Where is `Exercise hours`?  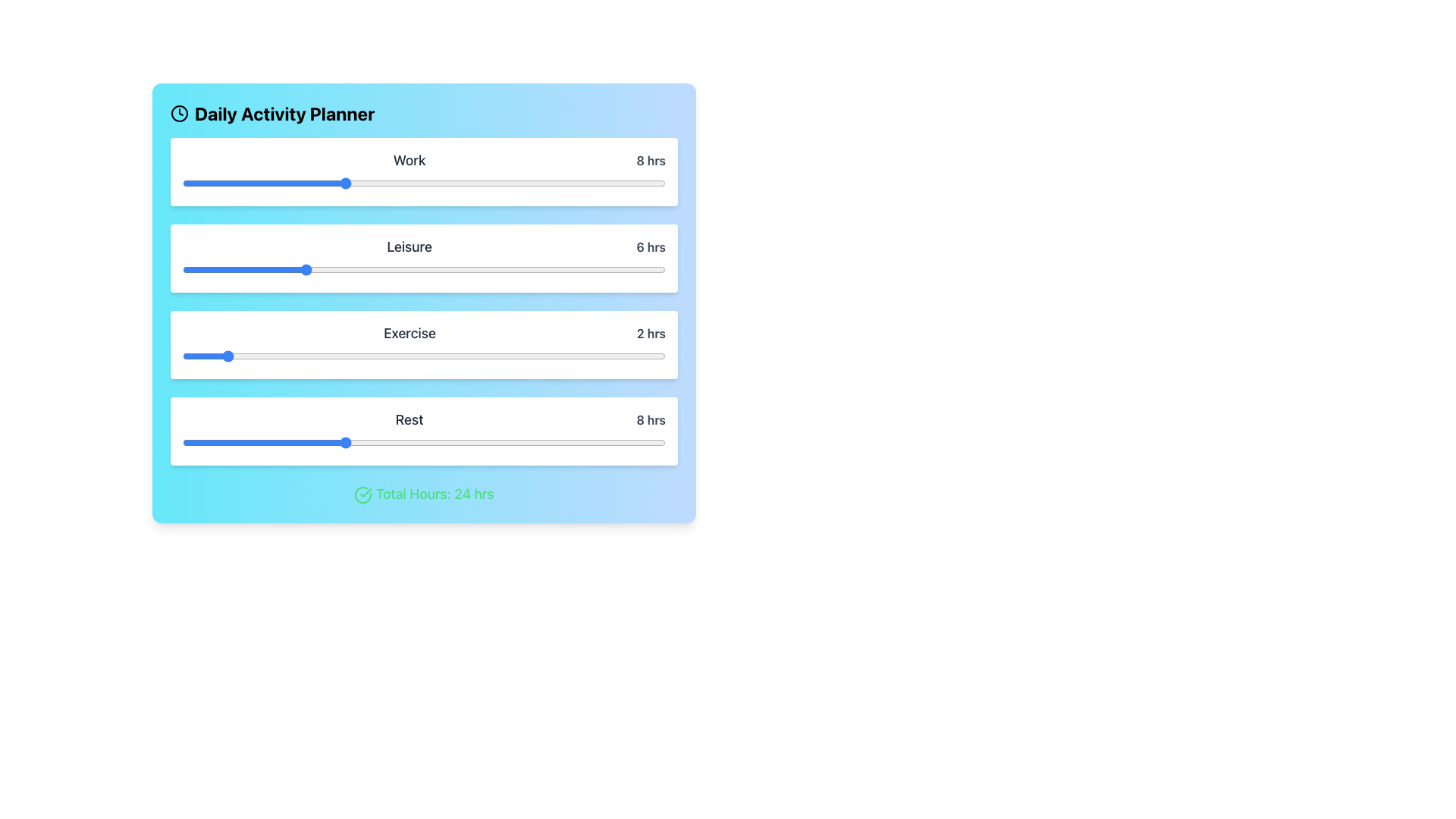 Exercise hours is located at coordinates (283, 356).